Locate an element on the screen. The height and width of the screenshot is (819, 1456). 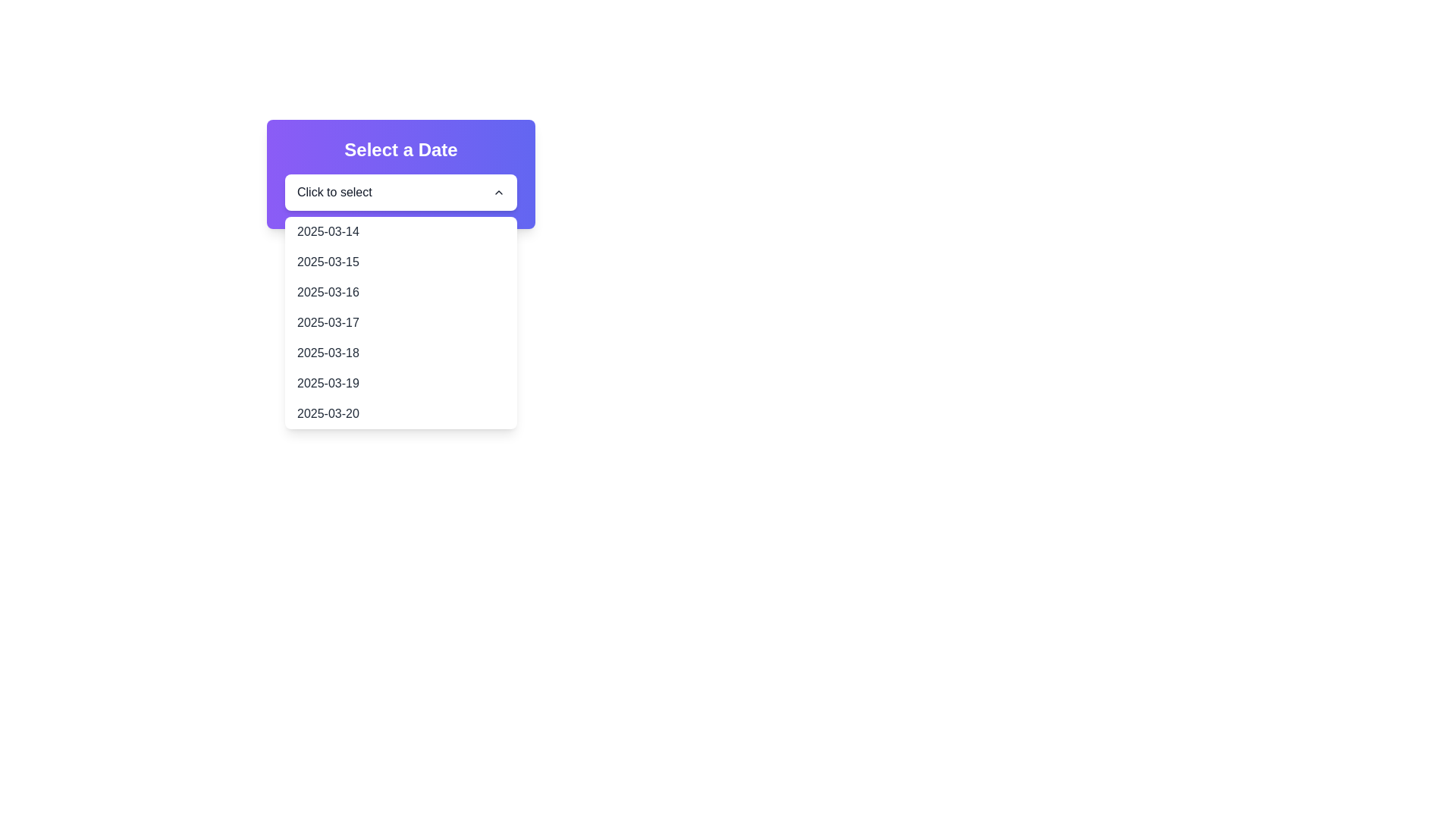
the static text label inside the dropdown that indicates the current selected state and prompts the user to make a selection is located at coordinates (334, 192).